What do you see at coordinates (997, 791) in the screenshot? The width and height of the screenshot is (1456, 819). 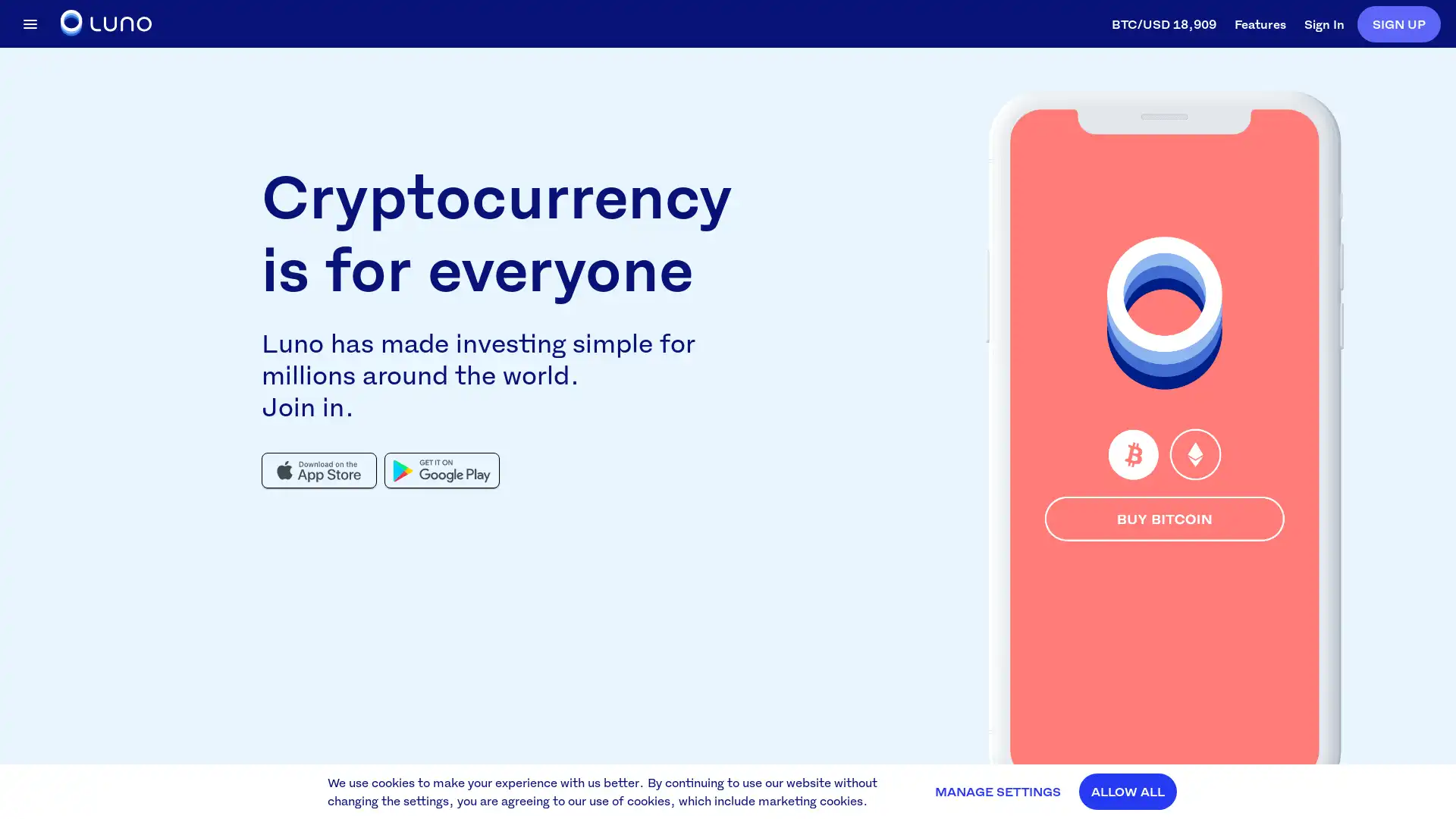 I see `MANAGE SETTINGS` at bounding box center [997, 791].